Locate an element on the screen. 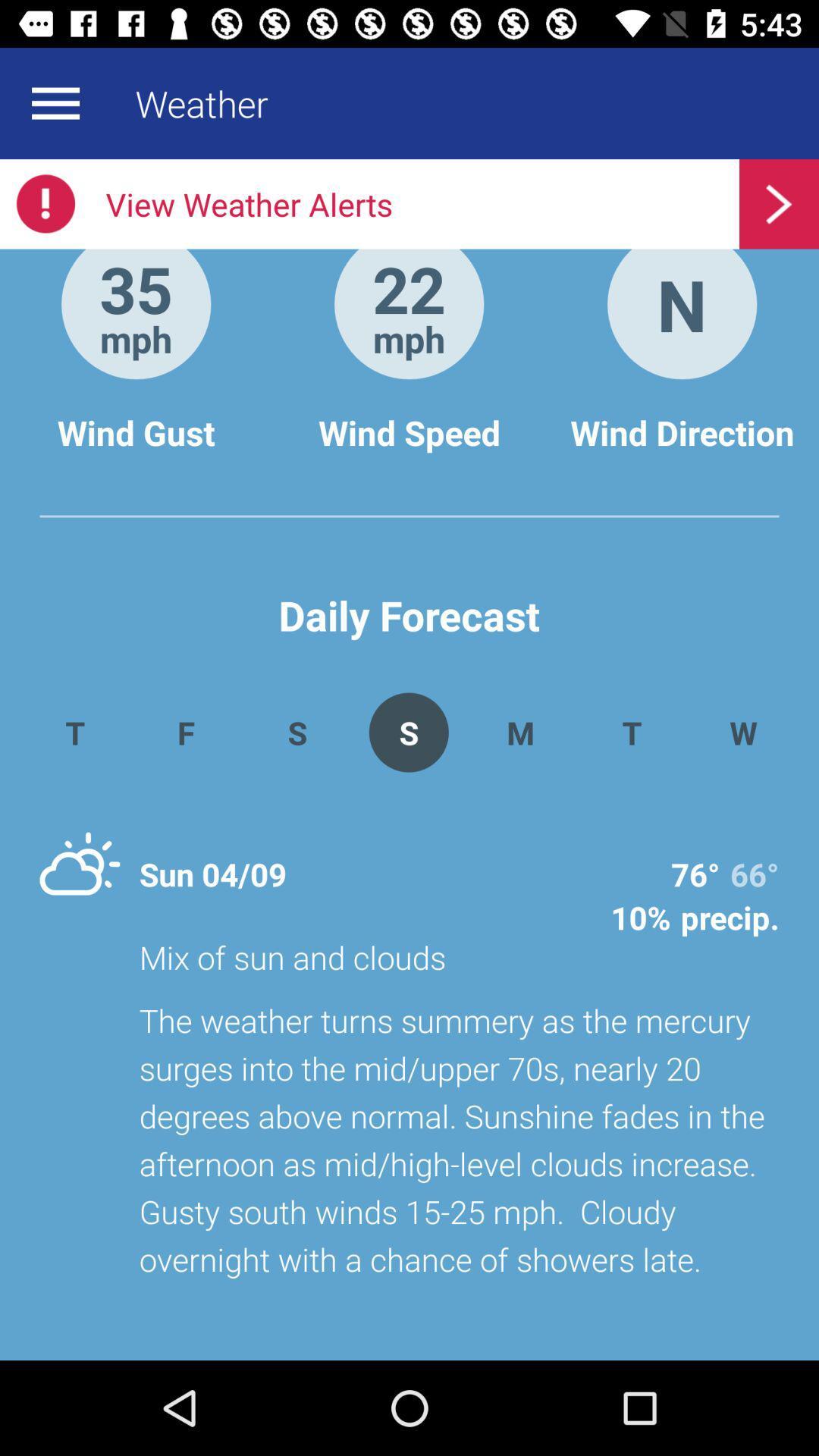 The width and height of the screenshot is (819, 1456). menu bar button is located at coordinates (55, 102).